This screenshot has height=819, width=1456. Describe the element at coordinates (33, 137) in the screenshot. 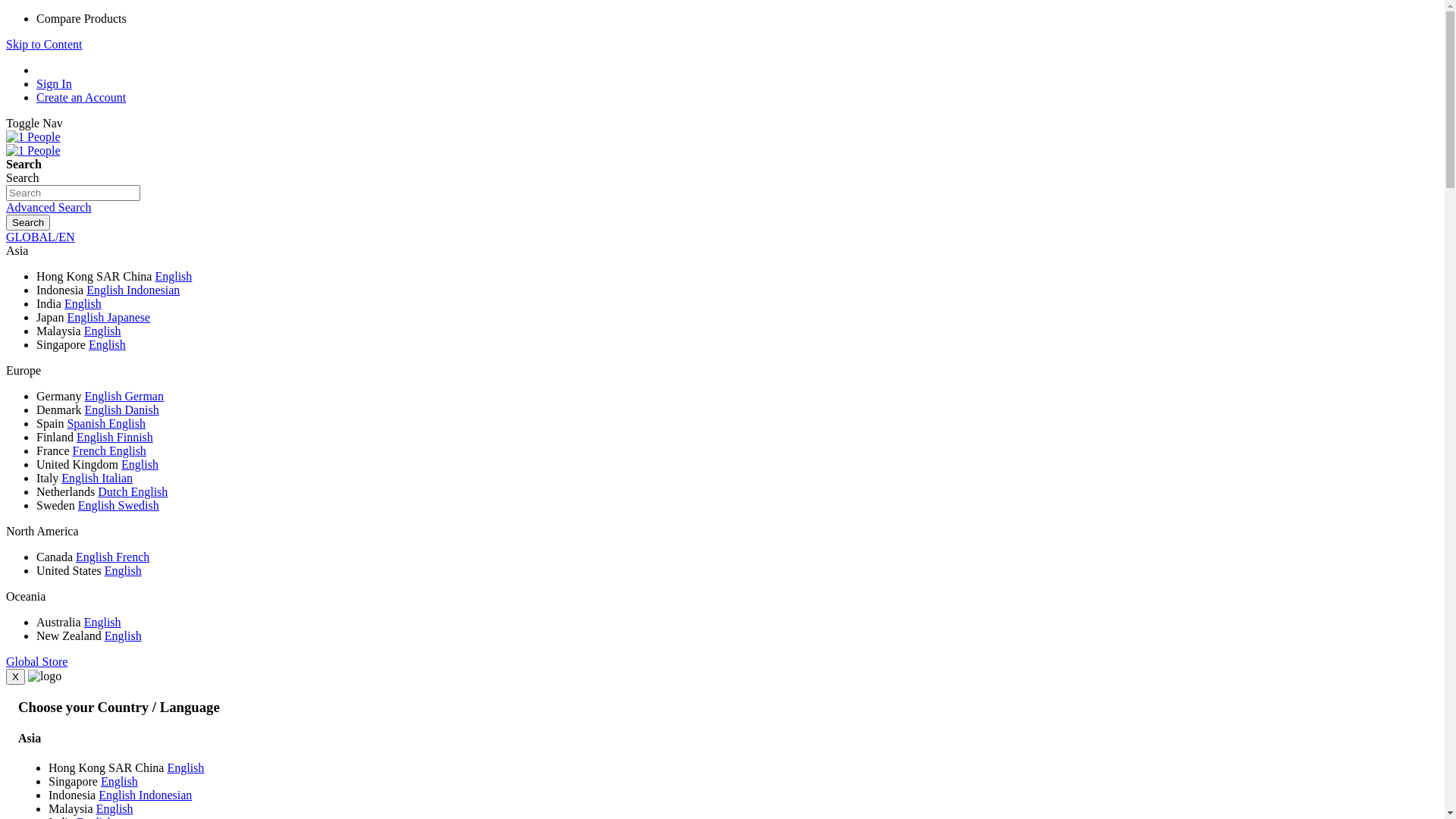

I see `'1 People'` at that location.